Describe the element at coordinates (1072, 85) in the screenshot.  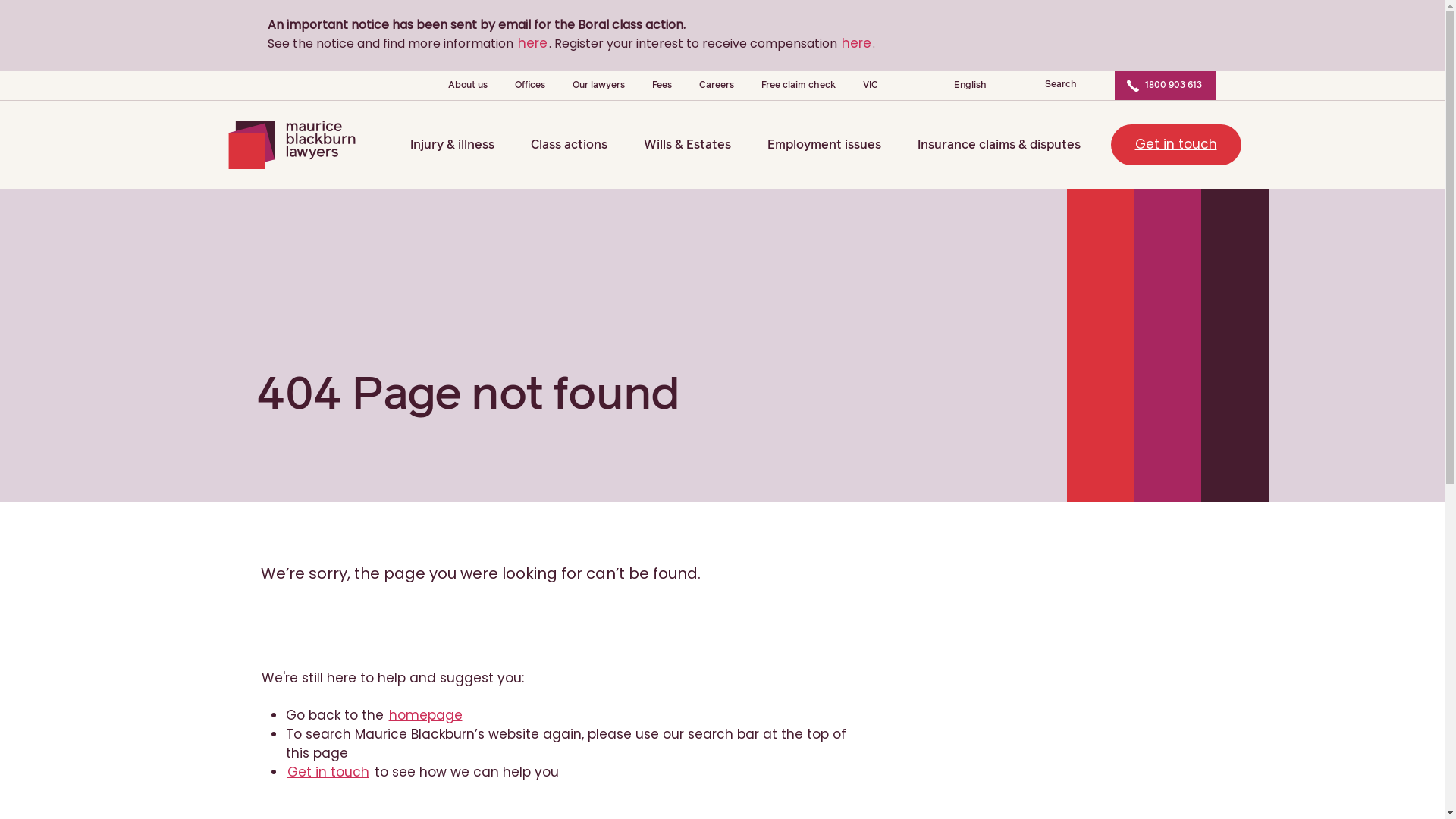
I see `'Search'` at that location.